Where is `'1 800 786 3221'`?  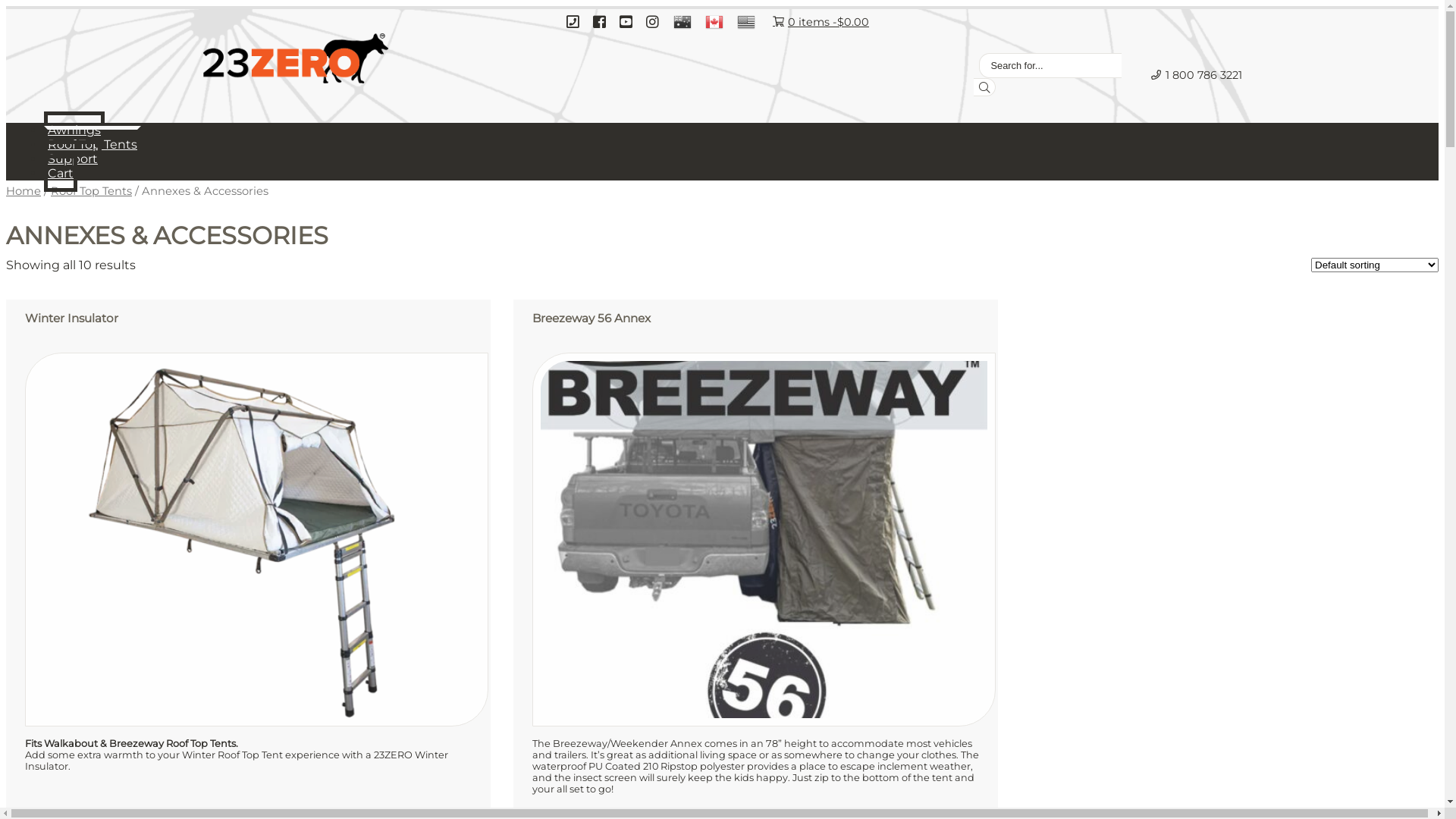
'1 800 786 3221' is located at coordinates (1139, 74).